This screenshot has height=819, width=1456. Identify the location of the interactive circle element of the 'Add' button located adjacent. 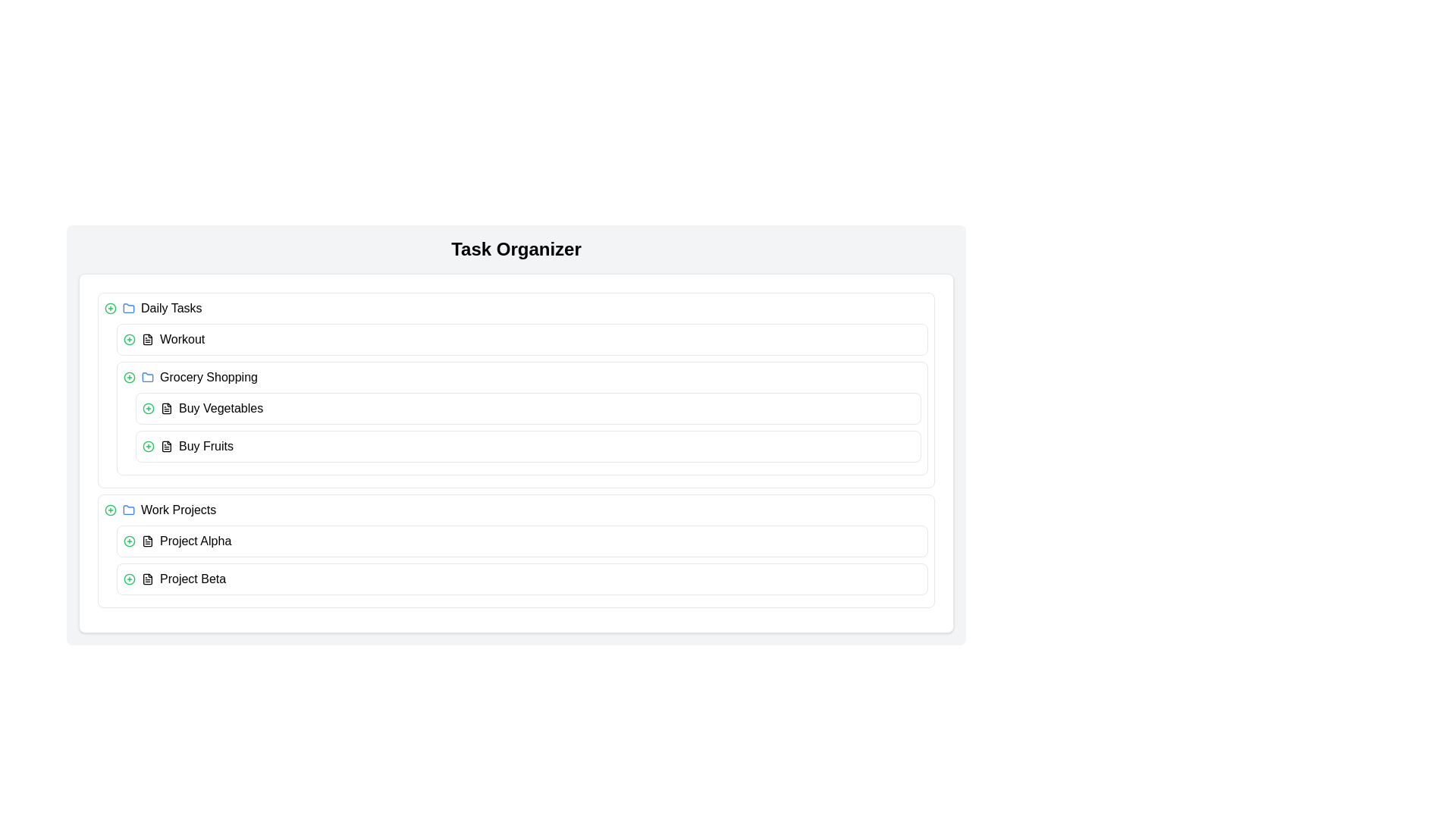
(109, 308).